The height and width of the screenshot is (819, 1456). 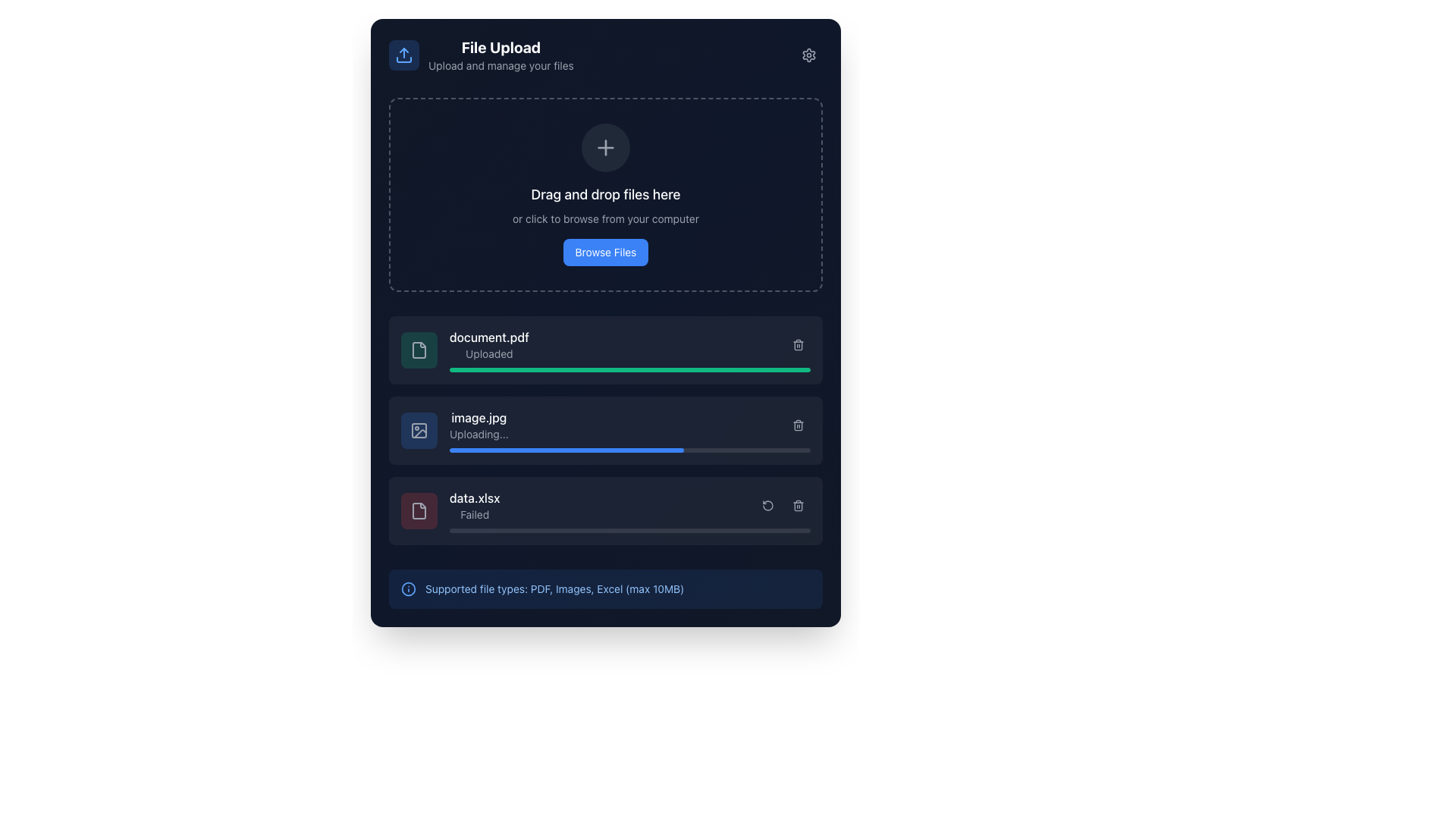 What do you see at coordinates (629, 350) in the screenshot?
I see `the file entry for 'document.pdf' with status 'Uploaded'` at bounding box center [629, 350].